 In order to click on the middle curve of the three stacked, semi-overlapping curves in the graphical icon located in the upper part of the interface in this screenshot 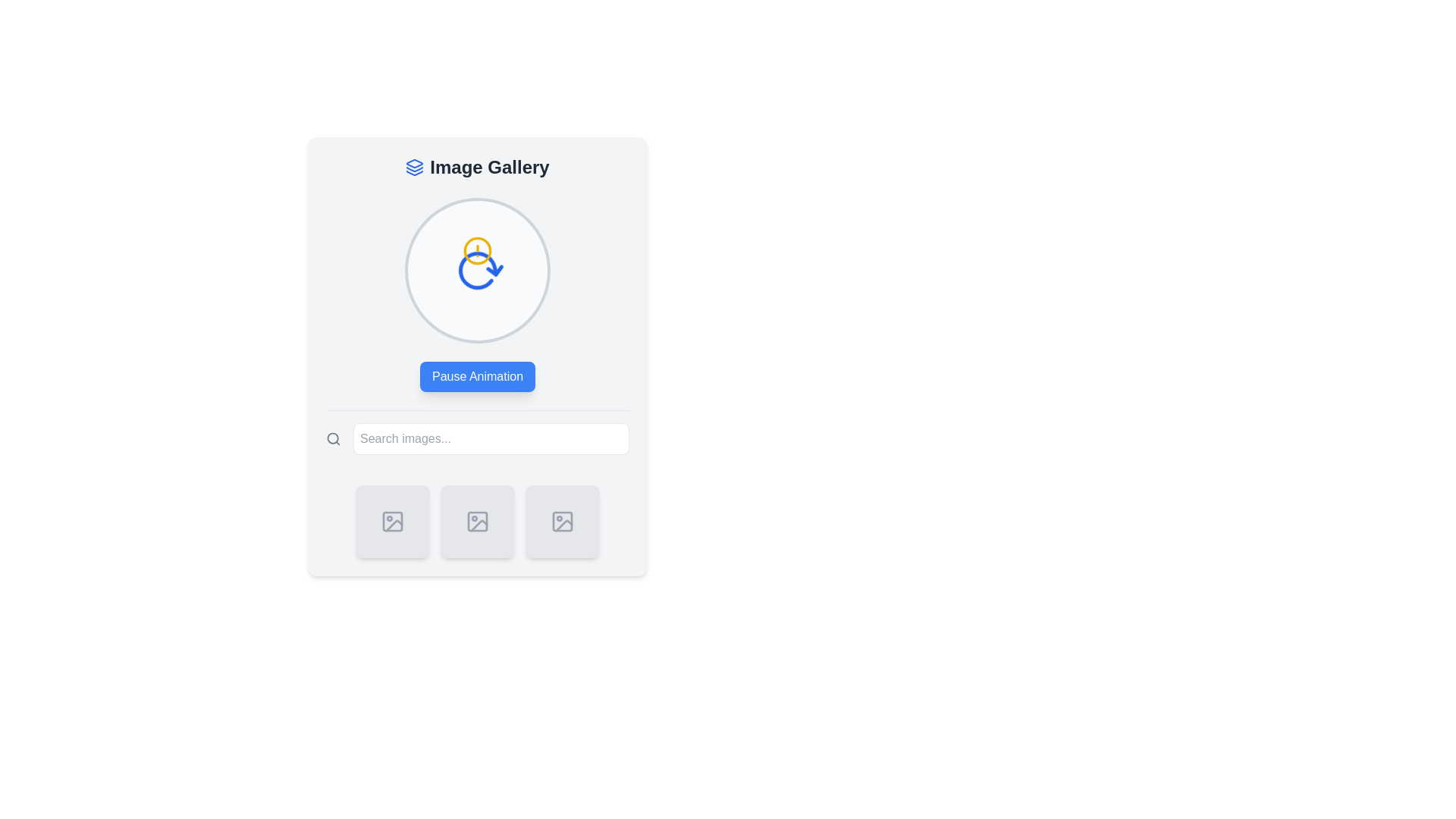, I will do `click(415, 169)`.